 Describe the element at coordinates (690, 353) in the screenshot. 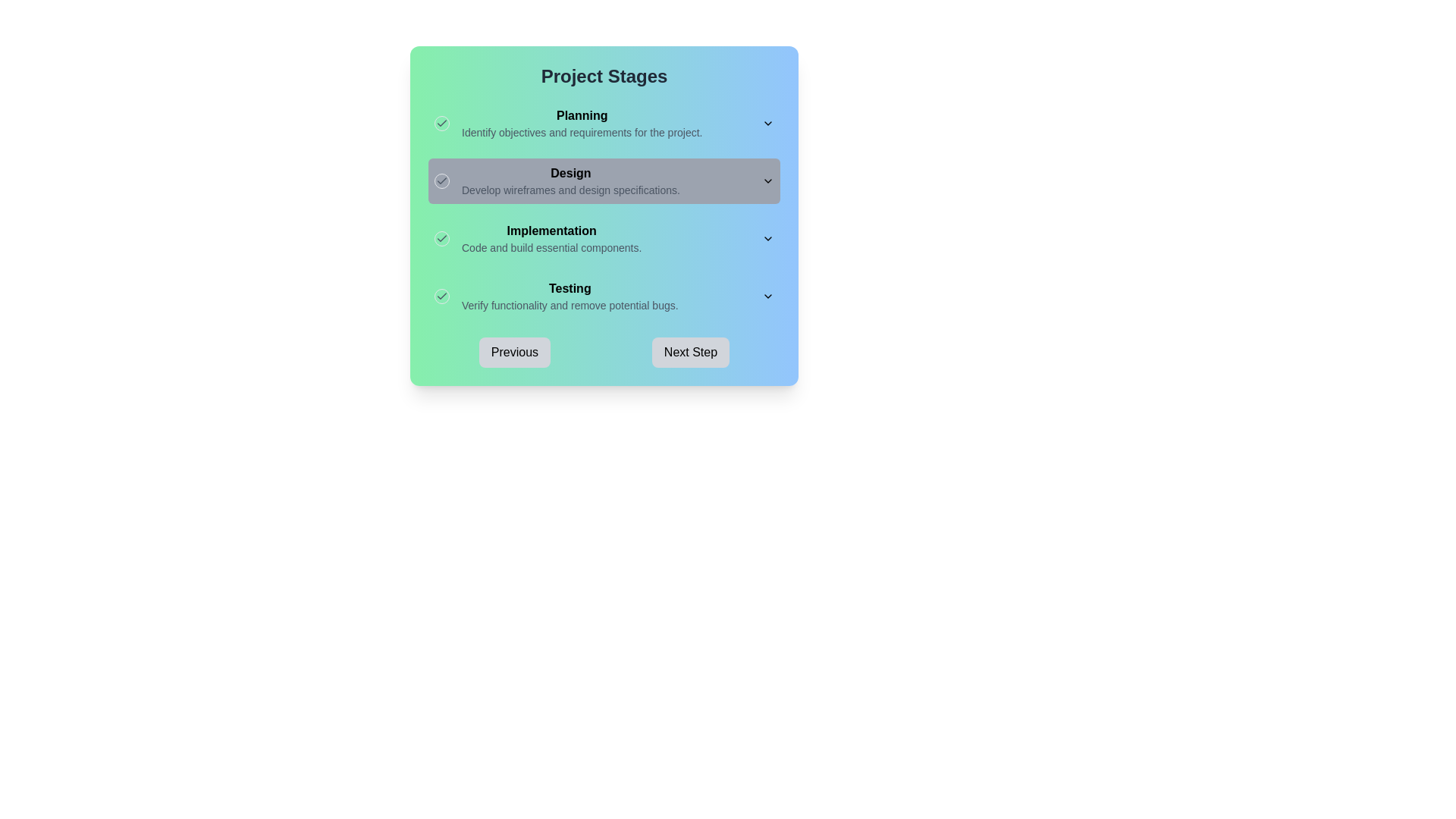

I see `the 'Next Step' button, which is a gray rectangular button with rounded corners located at the bottom right of the dialog box, to advance to the next stage` at that location.